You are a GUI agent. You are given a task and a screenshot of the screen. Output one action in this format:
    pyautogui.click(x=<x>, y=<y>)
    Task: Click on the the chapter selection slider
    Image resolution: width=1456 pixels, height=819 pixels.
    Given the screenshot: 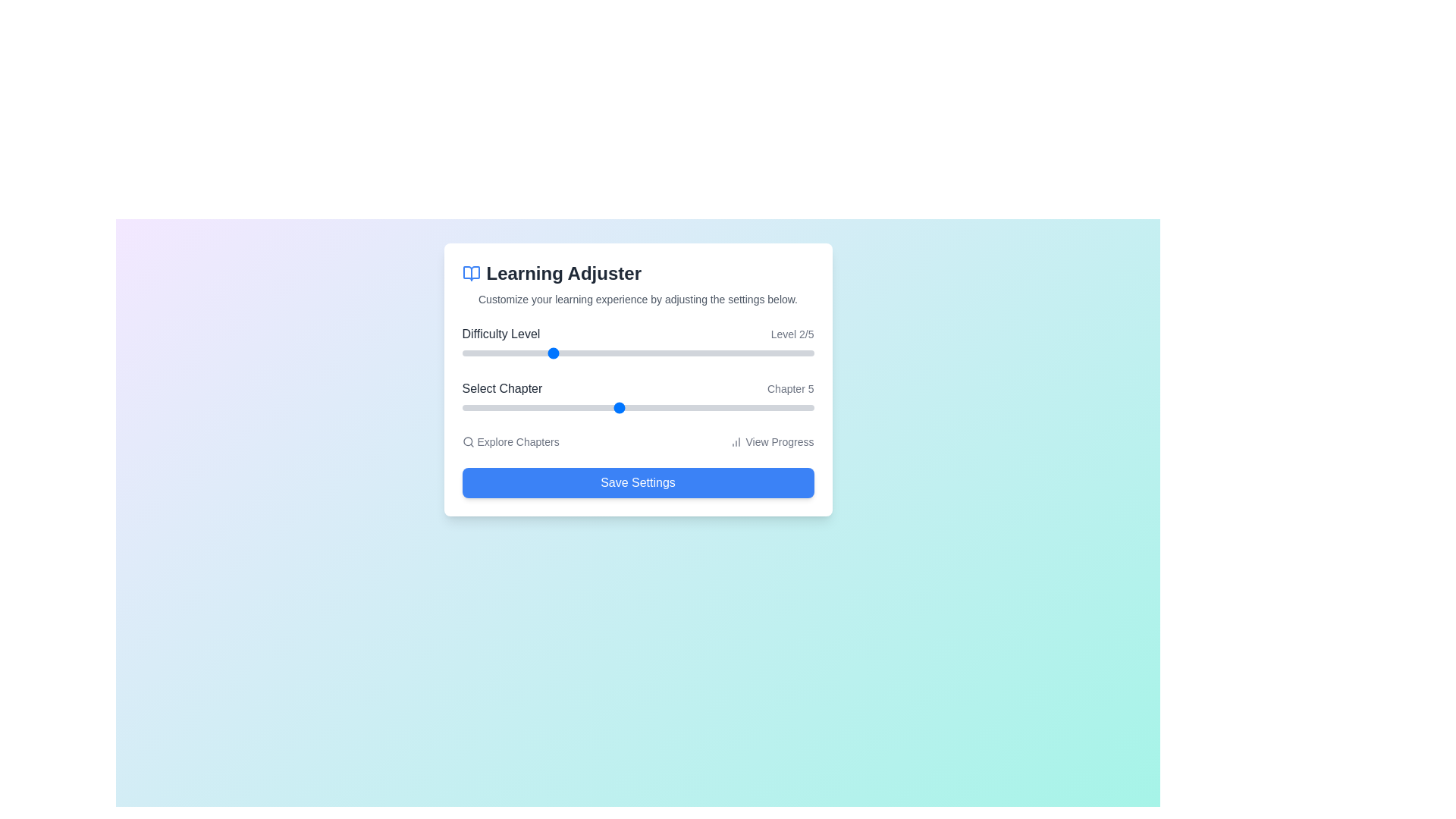 What is the action you would take?
    pyautogui.click(x=657, y=406)
    